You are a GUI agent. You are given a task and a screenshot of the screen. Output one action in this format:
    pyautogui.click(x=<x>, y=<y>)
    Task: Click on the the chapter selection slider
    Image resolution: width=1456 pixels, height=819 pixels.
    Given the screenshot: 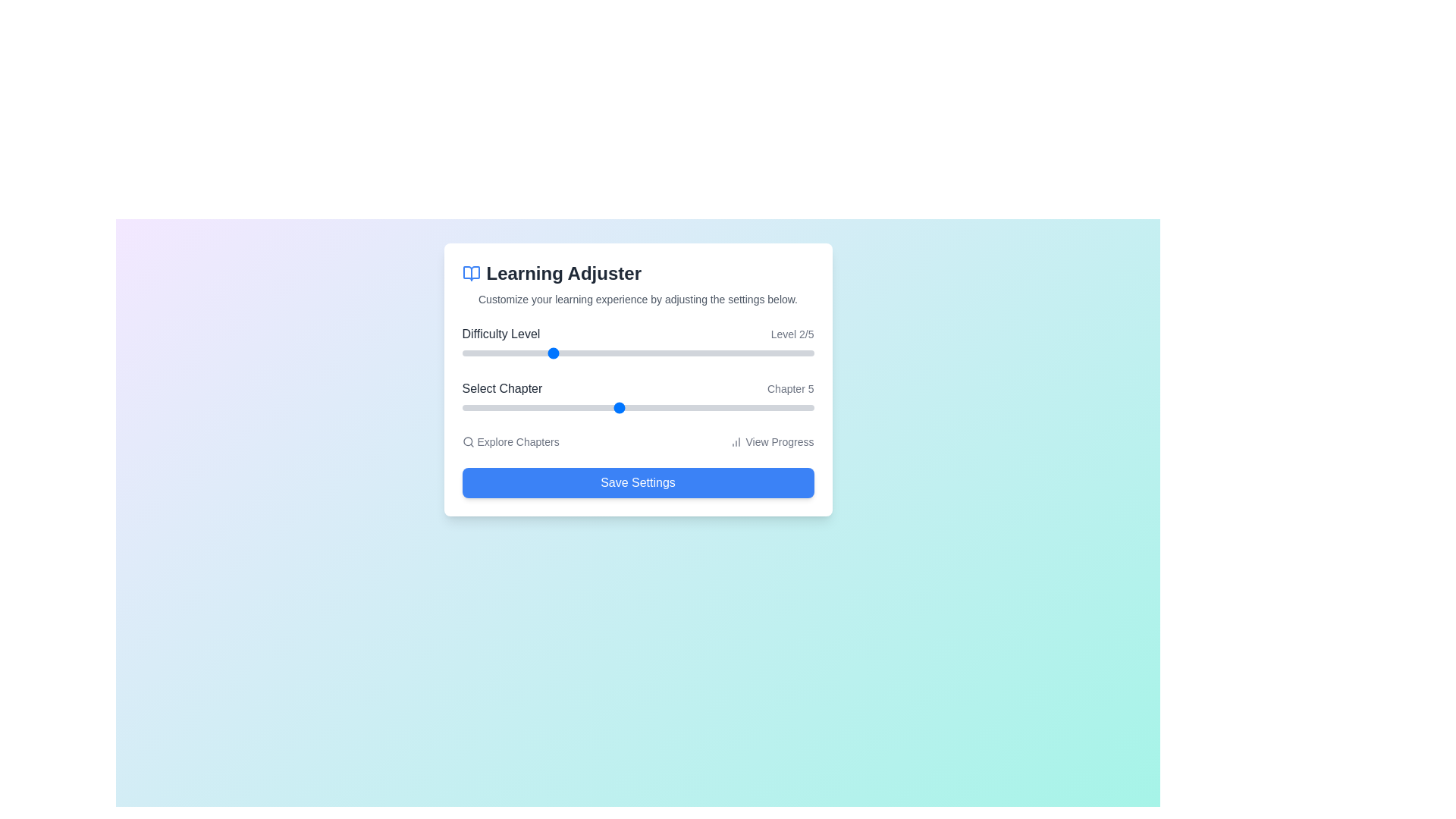 What is the action you would take?
    pyautogui.click(x=657, y=406)
    